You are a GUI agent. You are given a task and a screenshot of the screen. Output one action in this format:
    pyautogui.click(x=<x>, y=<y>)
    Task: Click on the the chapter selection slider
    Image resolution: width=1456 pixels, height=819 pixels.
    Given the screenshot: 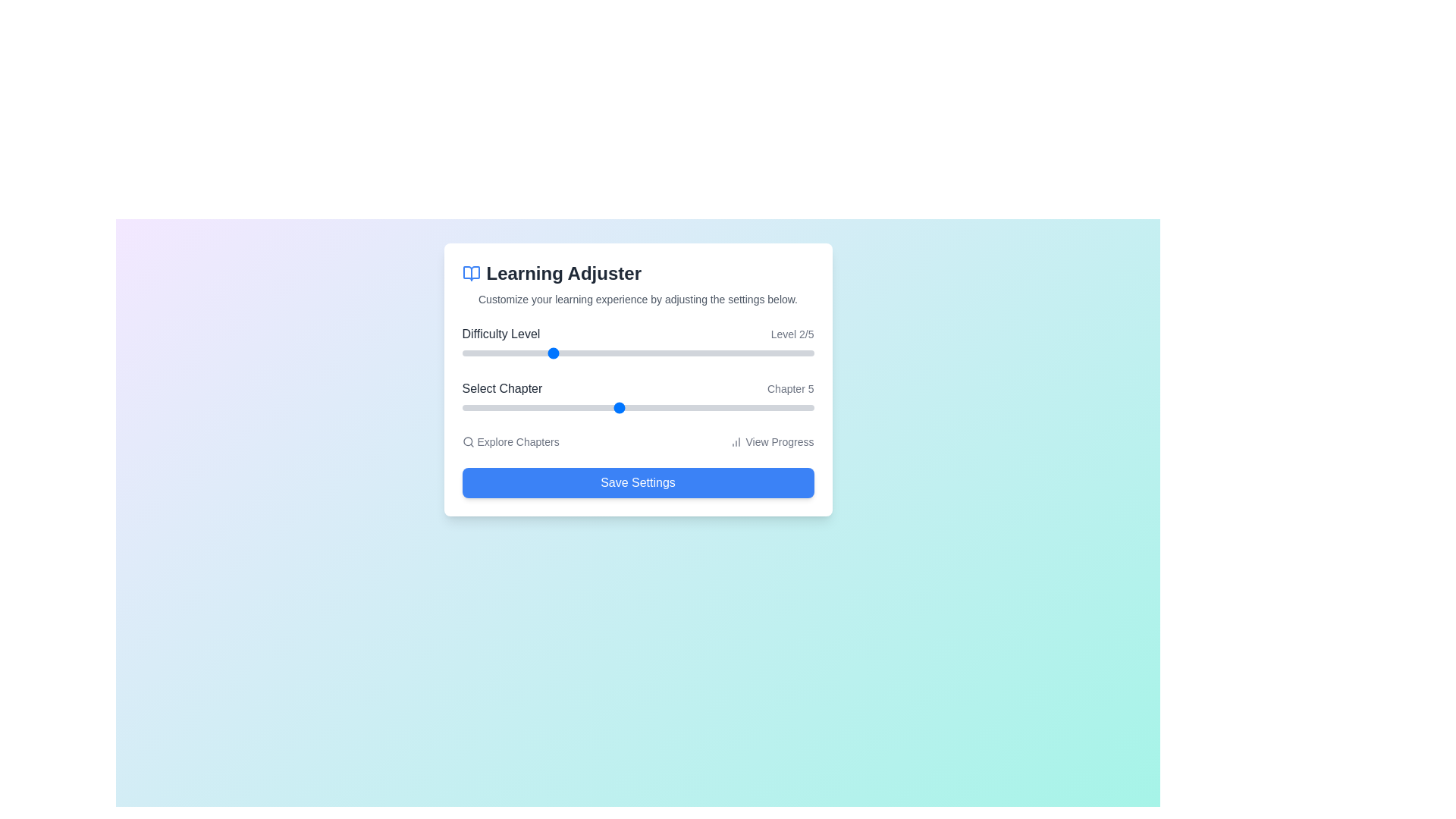 What is the action you would take?
    pyautogui.click(x=657, y=406)
    